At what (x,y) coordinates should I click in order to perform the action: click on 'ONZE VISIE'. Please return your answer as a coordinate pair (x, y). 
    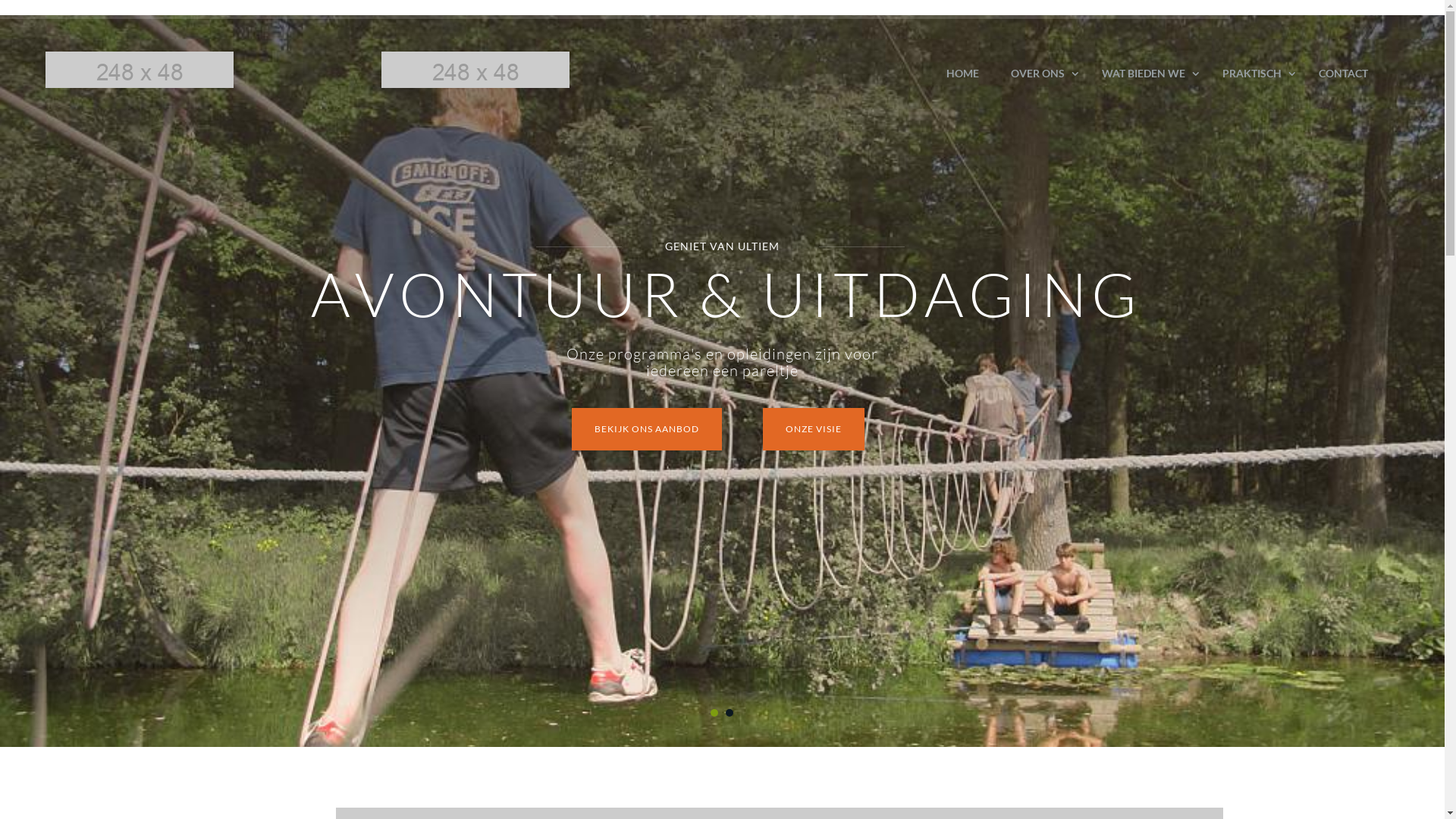
    Looking at the image, I should click on (813, 428).